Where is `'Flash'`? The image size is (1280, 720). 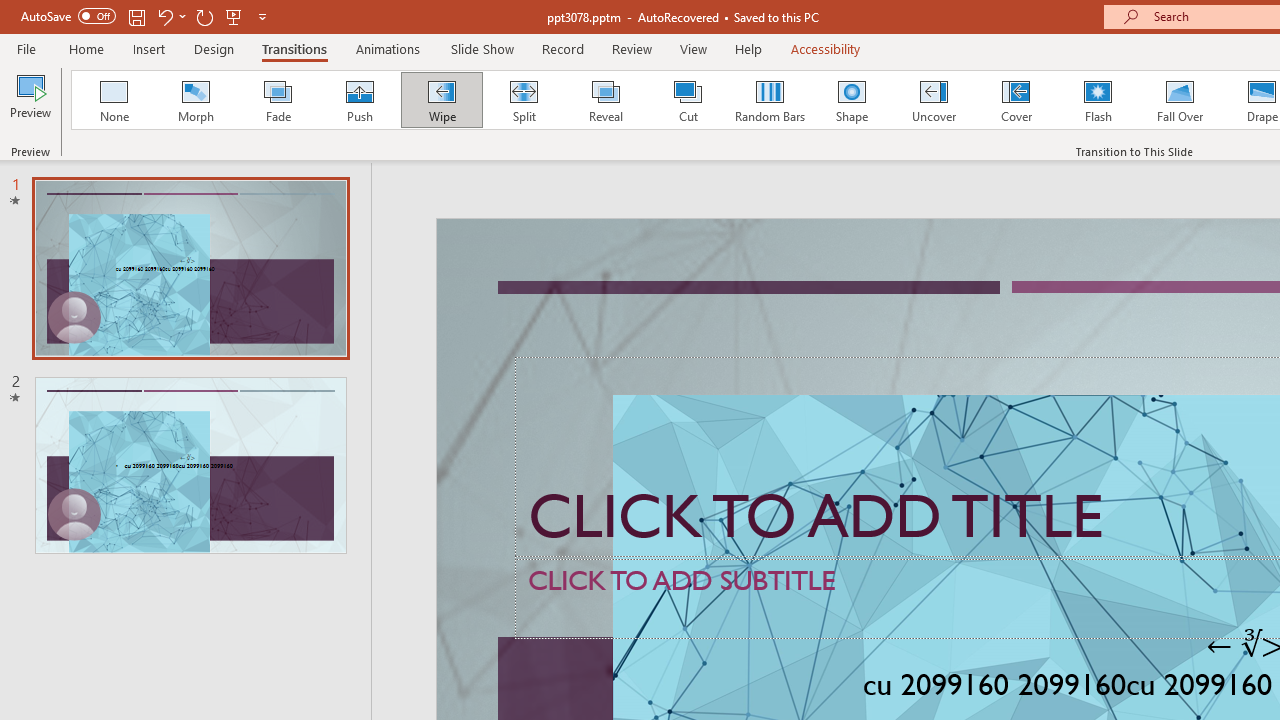
'Flash' is located at coordinates (1097, 100).